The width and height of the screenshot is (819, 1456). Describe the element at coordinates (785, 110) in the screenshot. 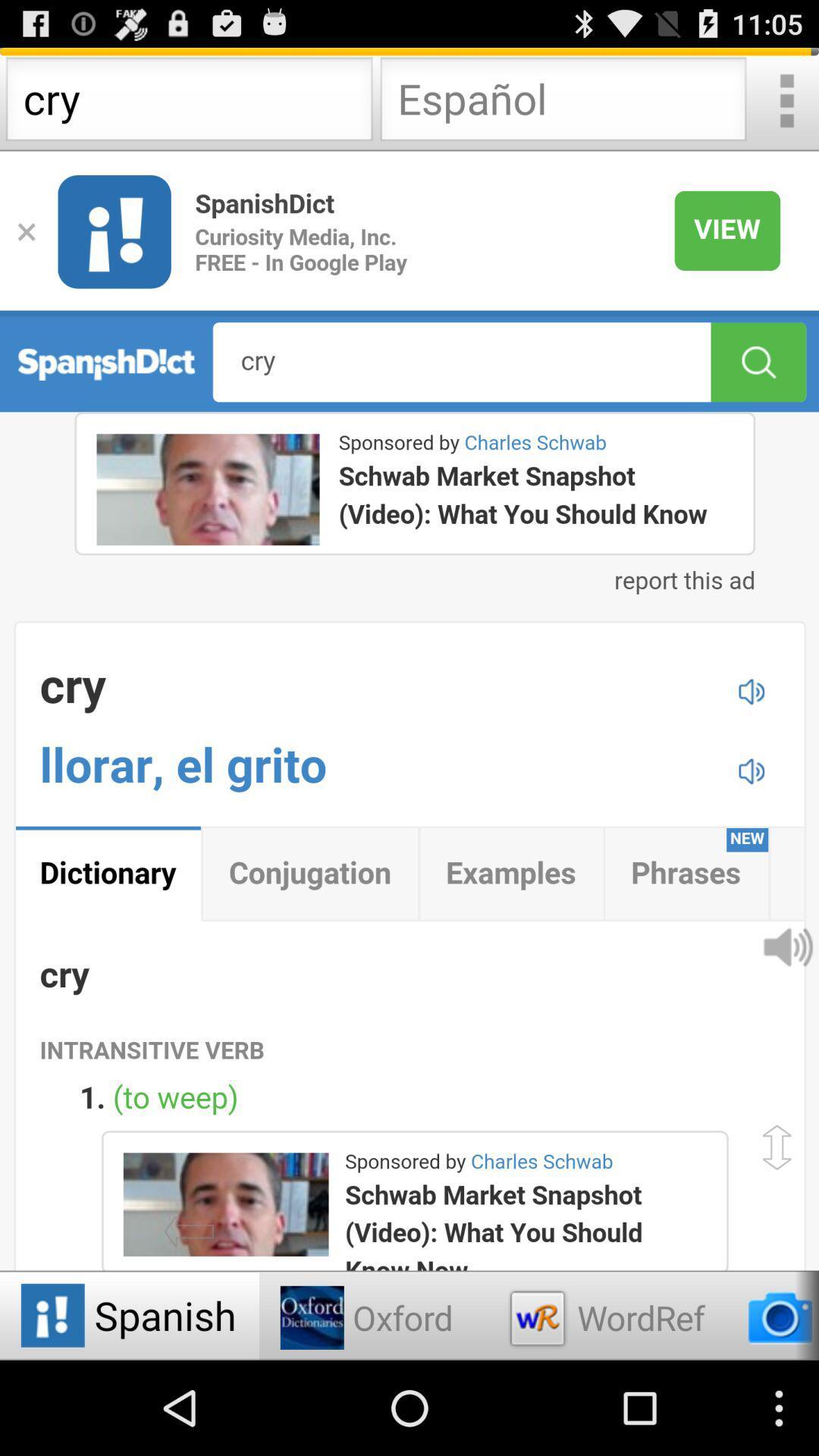

I see `the more icon` at that location.